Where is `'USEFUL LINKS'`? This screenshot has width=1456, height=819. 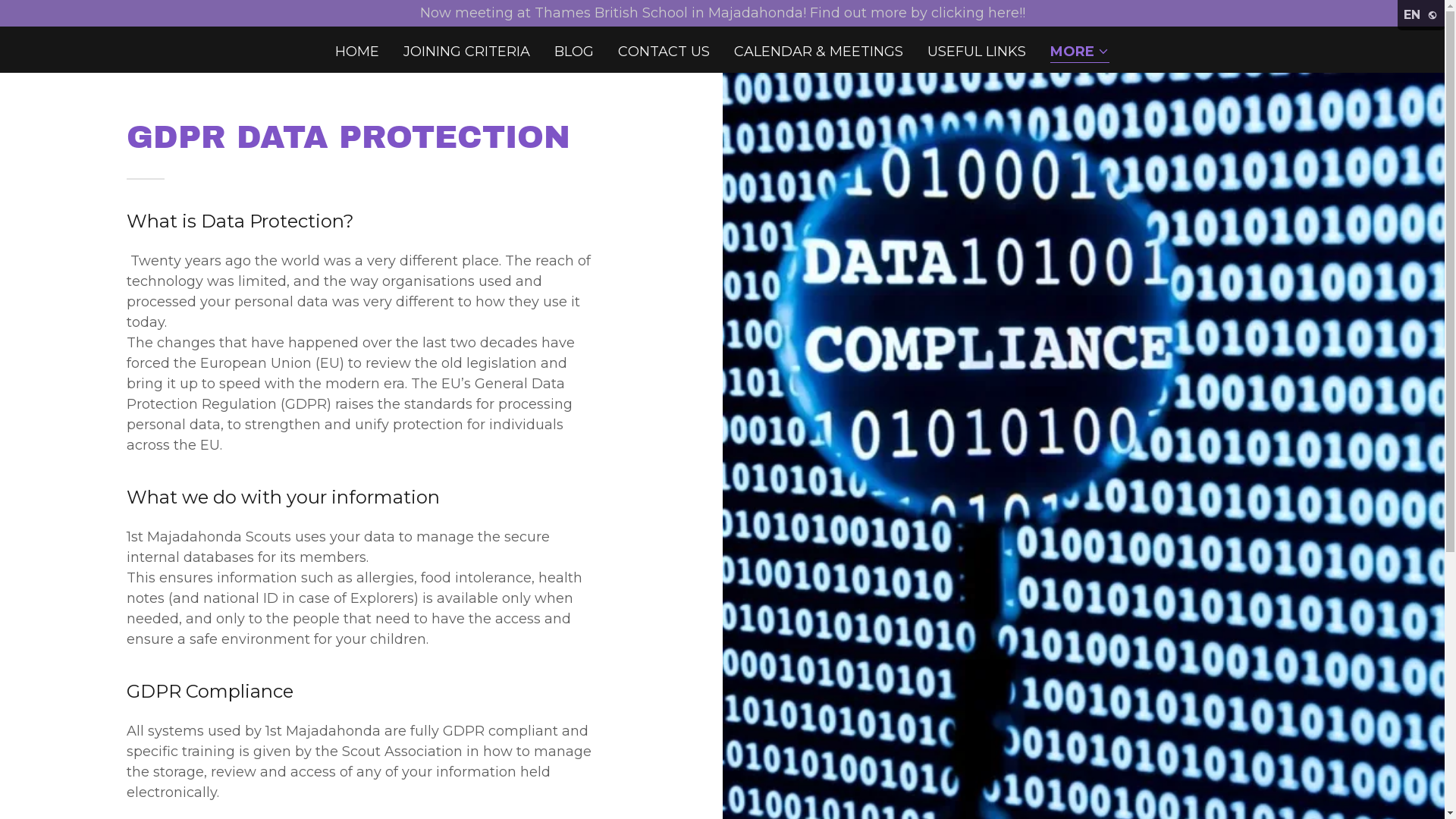 'USEFUL LINKS' is located at coordinates (976, 51).